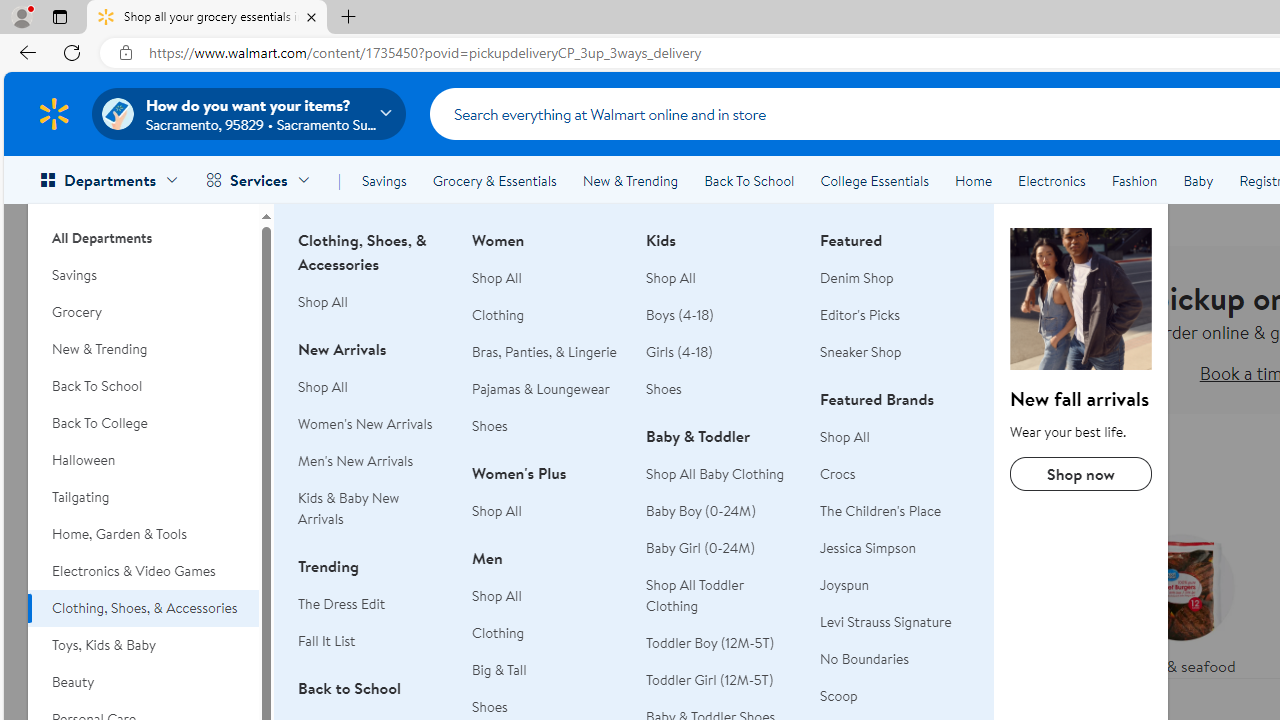  Describe the element at coordinates (1079, 474) in the screenshot. I see `'Shop now'` at that location.